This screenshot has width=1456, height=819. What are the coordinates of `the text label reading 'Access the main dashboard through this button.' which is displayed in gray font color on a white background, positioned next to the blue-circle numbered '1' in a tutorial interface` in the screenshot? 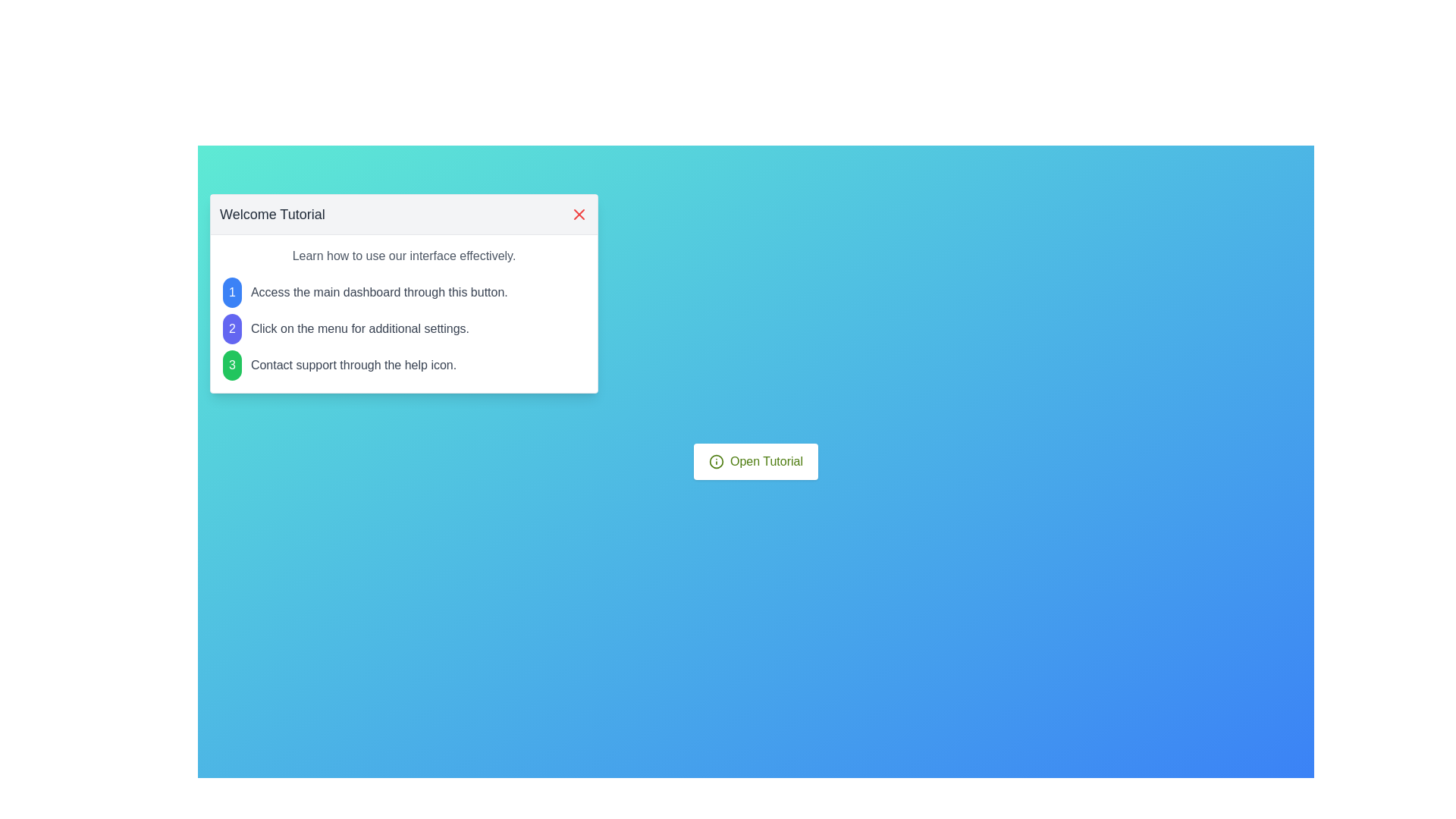 It's located at (379, 292).